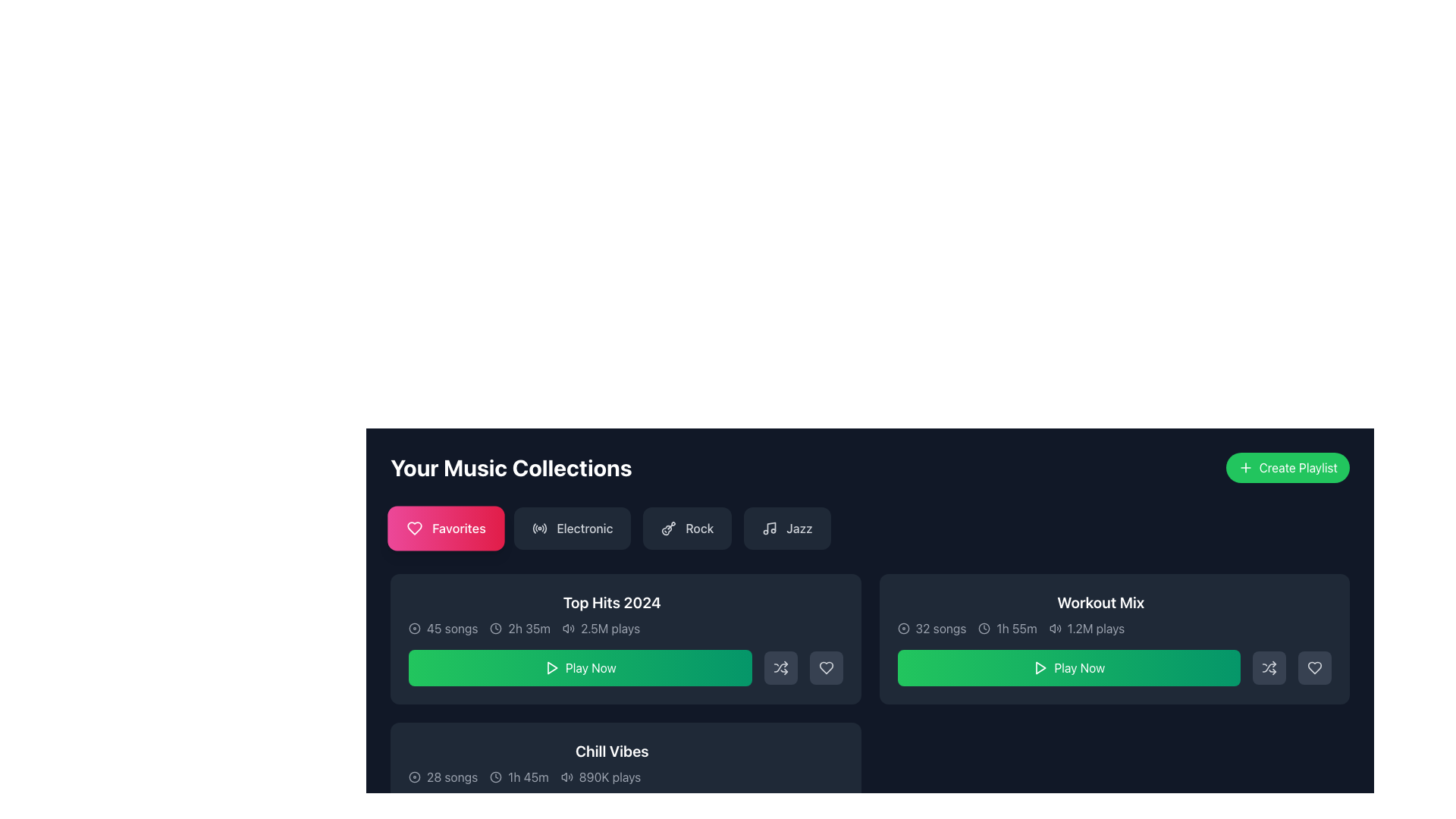 The width and height of the screenshot is (1456, 819). I want to click on metadata information displayed in the text line, which includes '45 songs', '2h 35m', and '2.5M plays' located below the title 'Top Hits 2024', so click(612, 629).